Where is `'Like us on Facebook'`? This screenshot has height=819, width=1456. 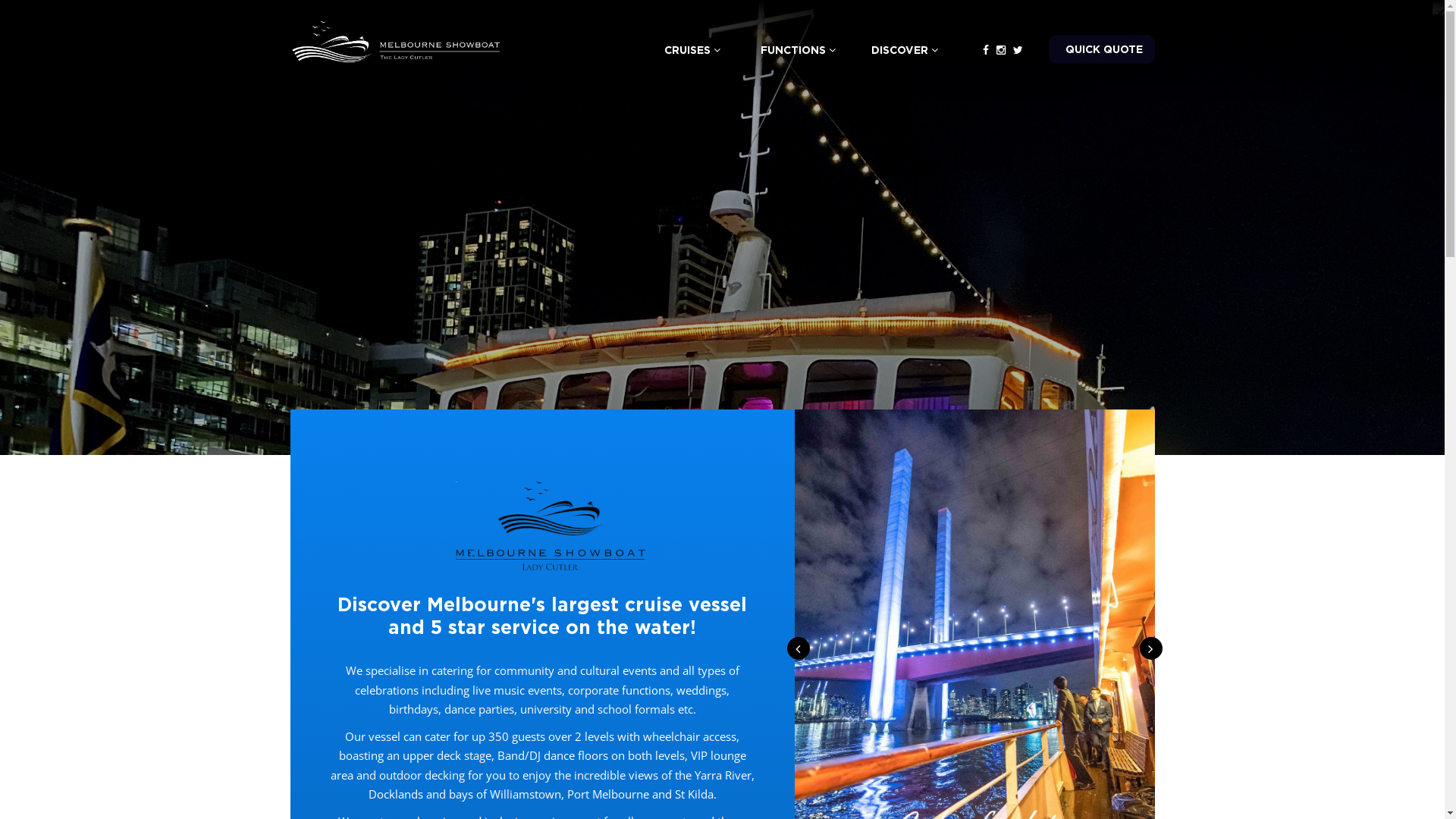 'Like us on Facebook' is located at coordinates (986, 49).